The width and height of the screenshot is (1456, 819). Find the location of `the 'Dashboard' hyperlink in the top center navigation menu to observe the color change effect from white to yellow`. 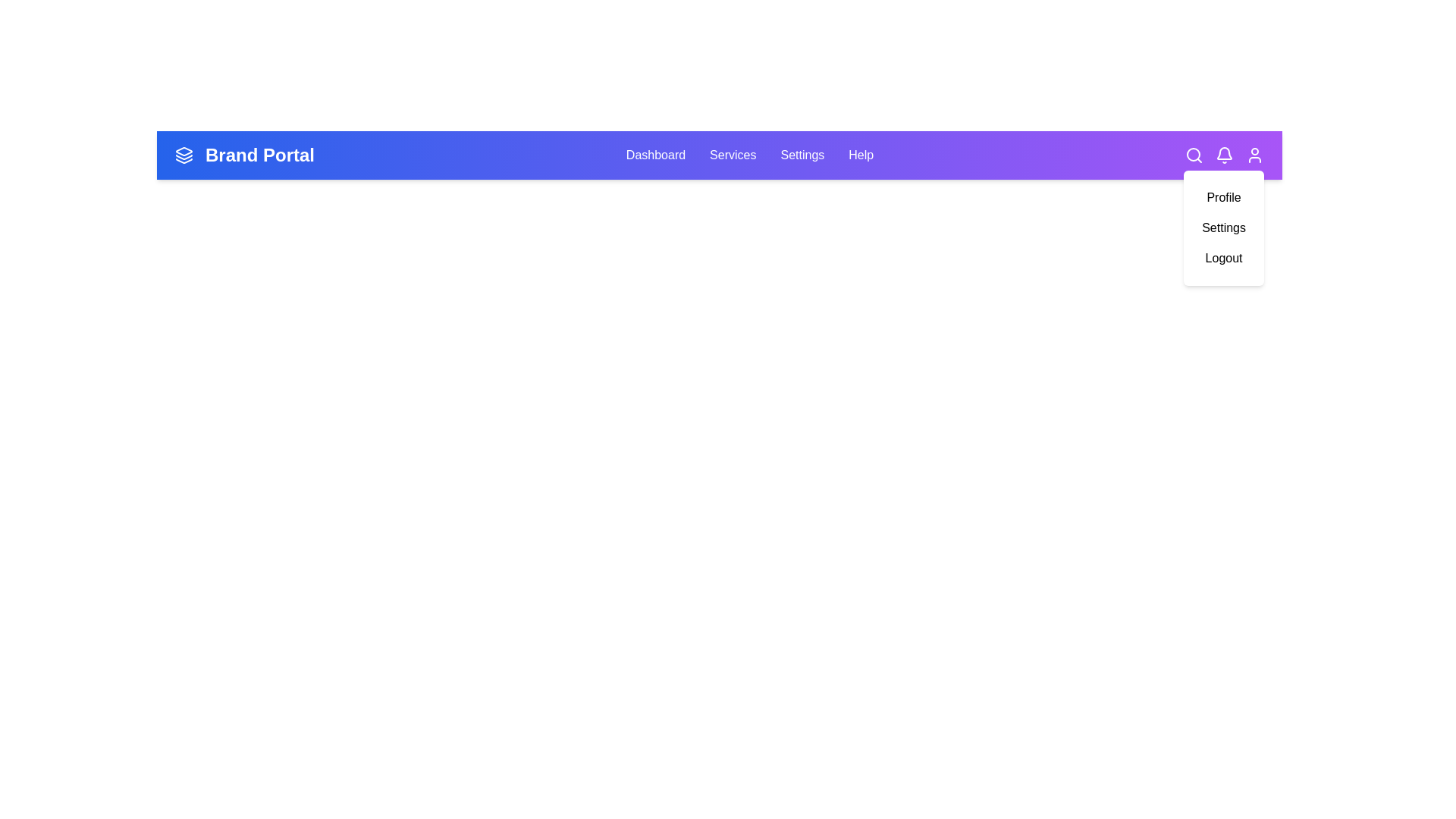

the 'Dashboard' hyperlink in the top center navigation menu to observe the color change effect from white to yellow is located at coordinates (655, 155).